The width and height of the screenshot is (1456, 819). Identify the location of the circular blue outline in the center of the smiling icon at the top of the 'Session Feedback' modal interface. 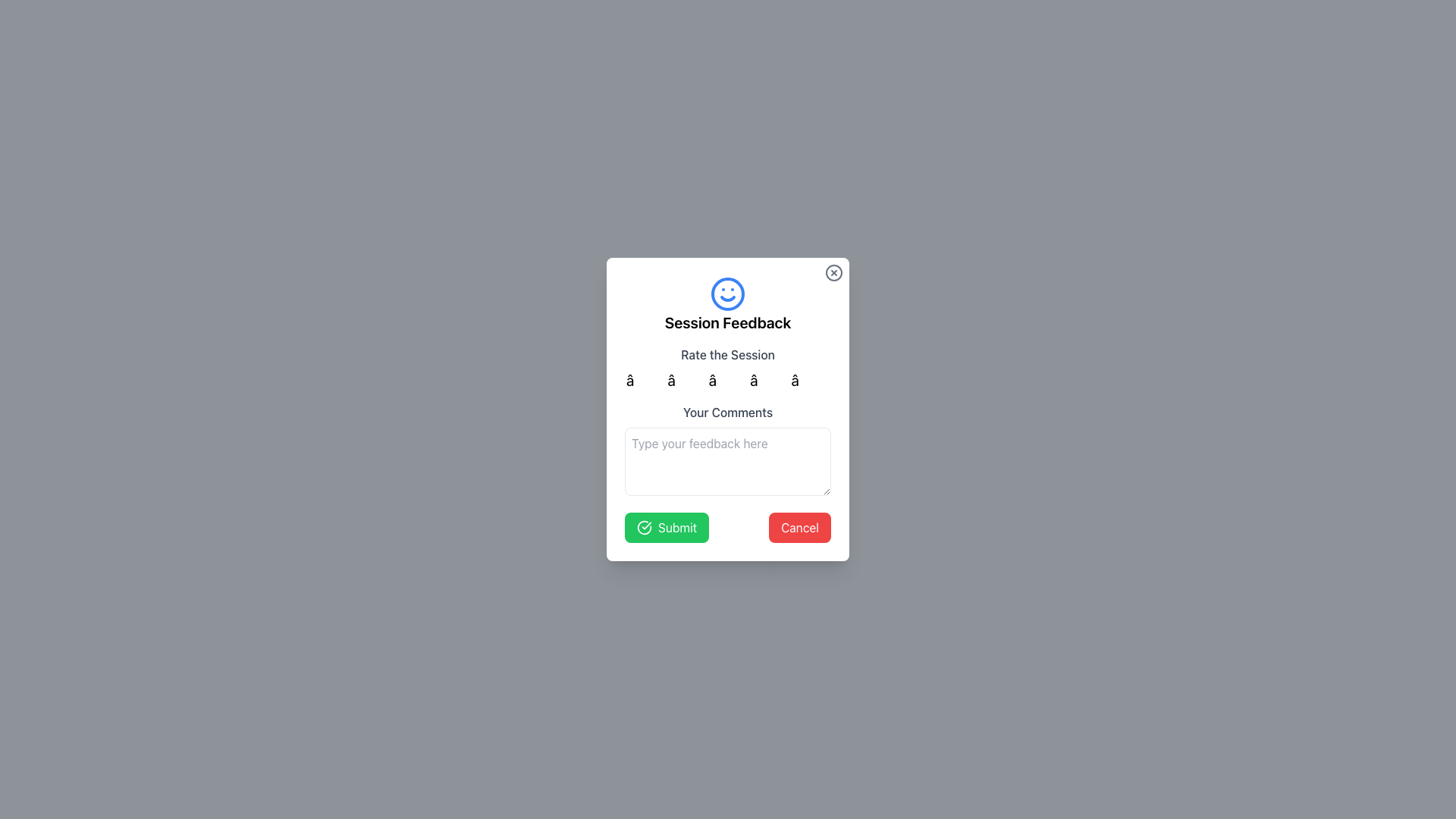
(728, 294).